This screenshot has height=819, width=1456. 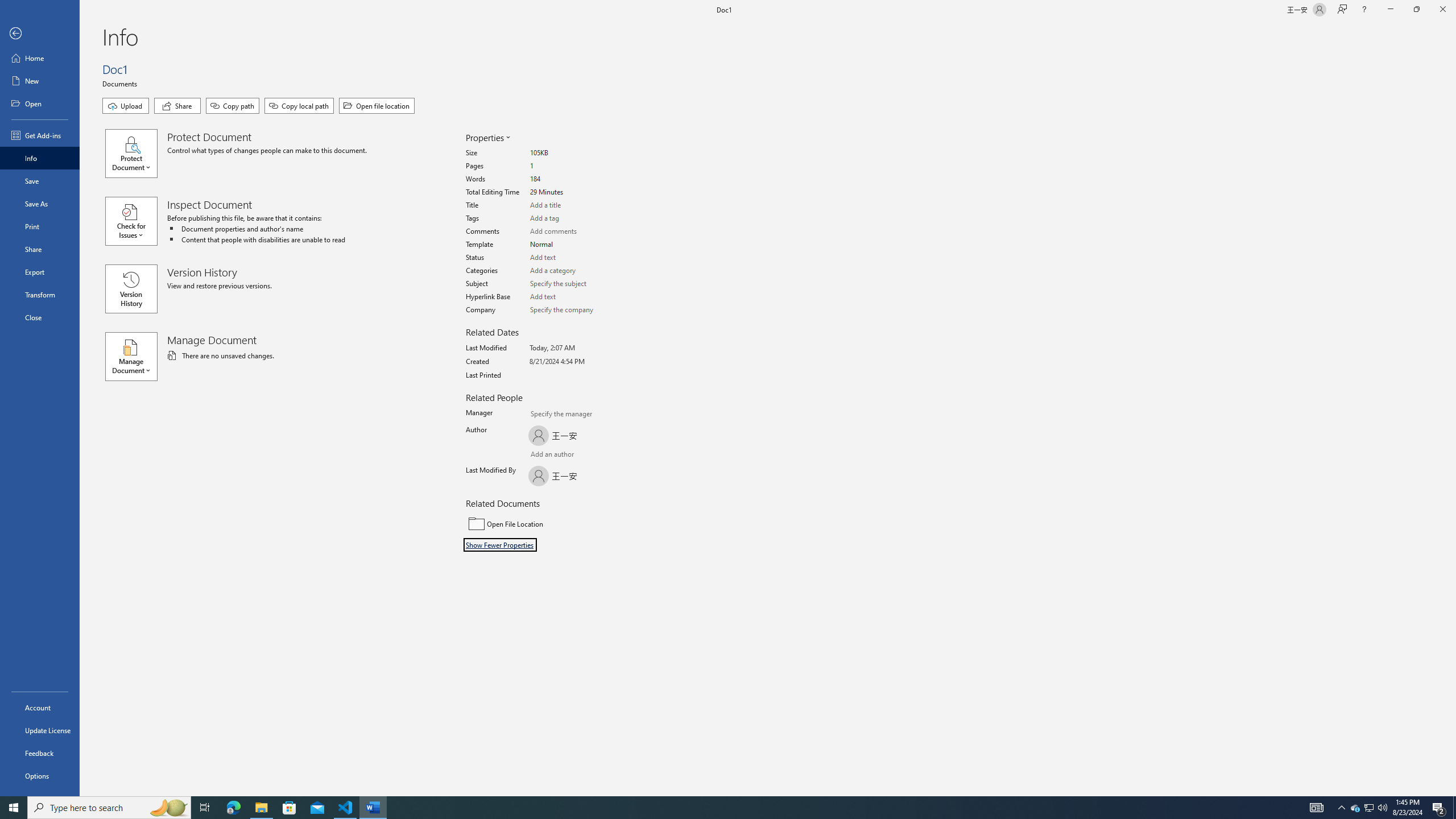 What do you see at coordinates (1389, 9) in the screenshot?
I see `'Minimize'` at bounding box center [1389, 9].